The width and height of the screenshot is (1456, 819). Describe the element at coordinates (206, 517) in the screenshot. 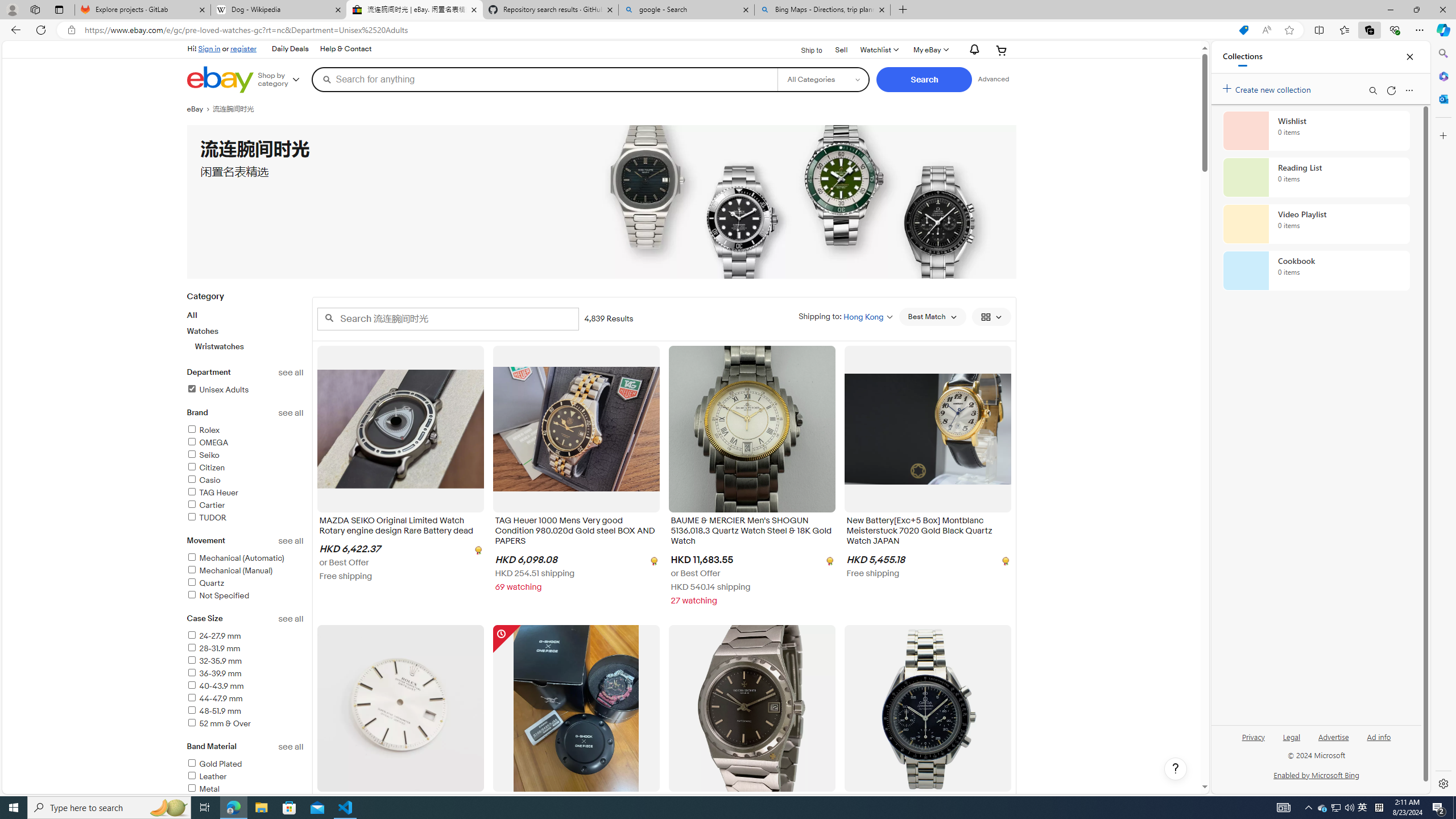

I see `'TUDOR'` at that location.